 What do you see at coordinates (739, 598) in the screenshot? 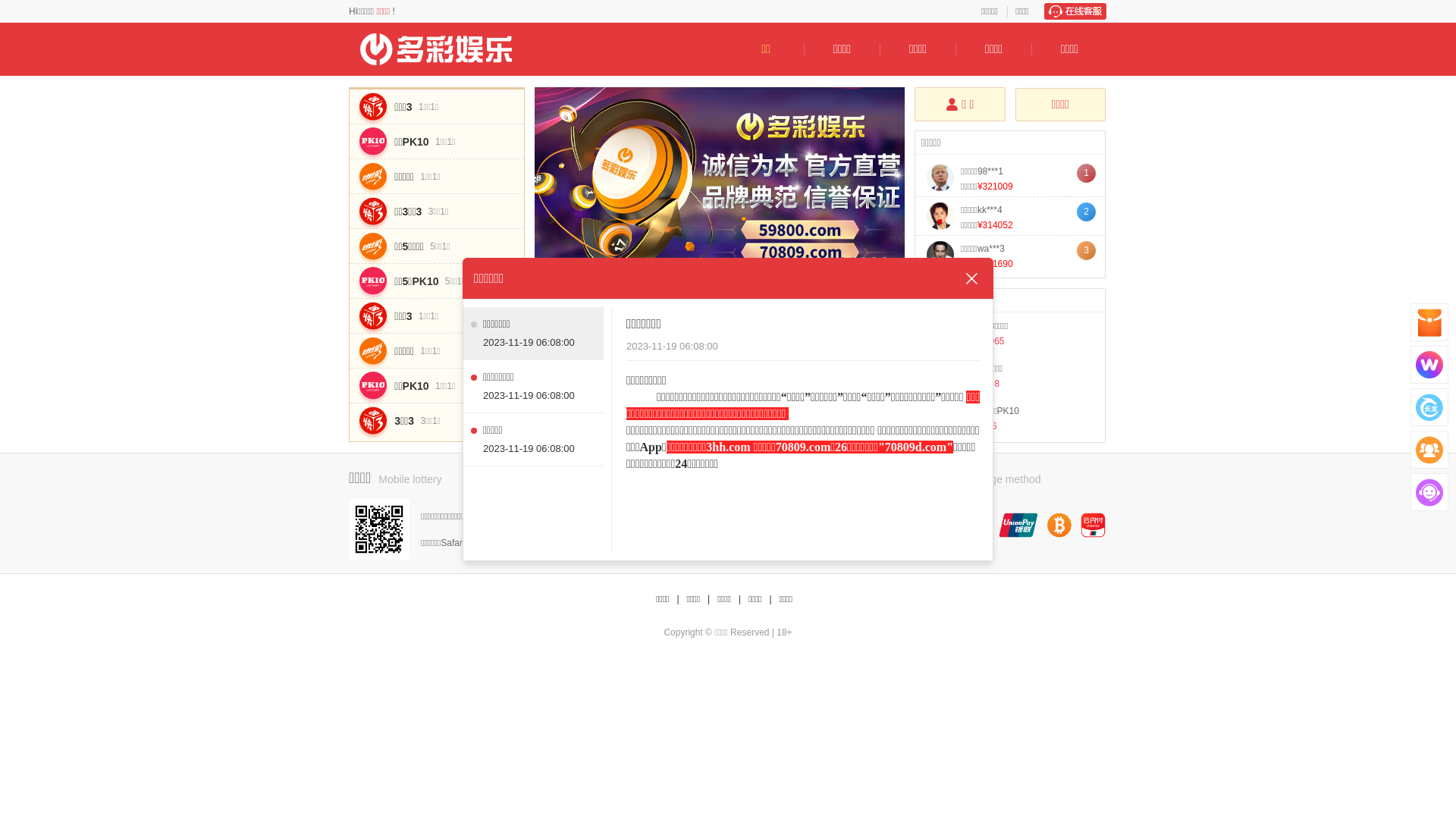
I see `'|'` at bounding box center [739, 598].